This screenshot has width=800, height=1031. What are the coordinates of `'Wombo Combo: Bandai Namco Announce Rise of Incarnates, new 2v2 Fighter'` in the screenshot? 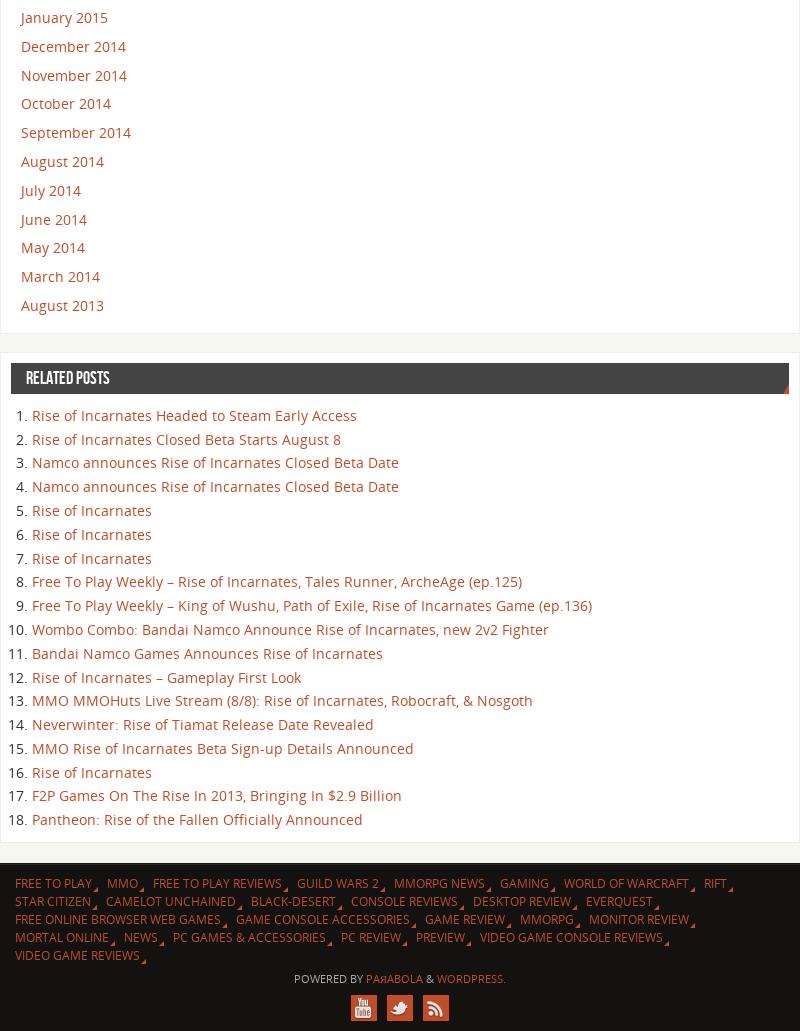 It's located at (290, 628).